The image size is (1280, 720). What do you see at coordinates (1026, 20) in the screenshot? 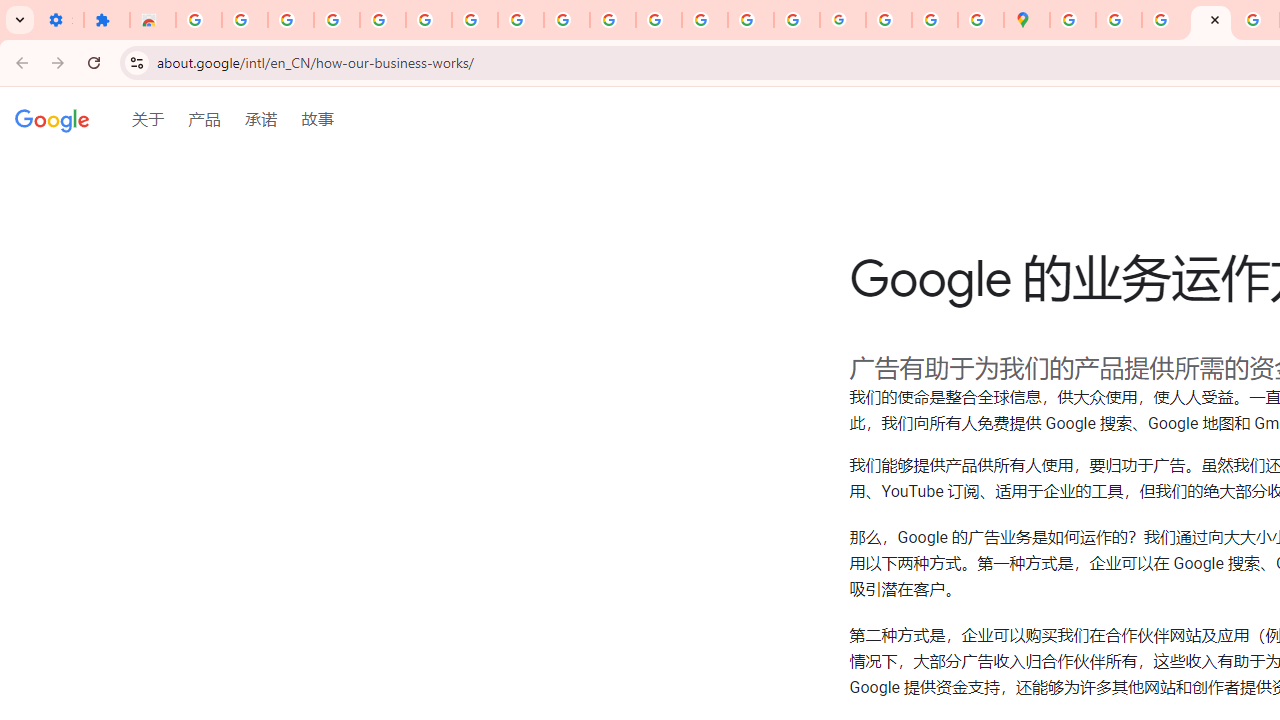
I see `'Google Maps'` at bounding box center [1026, 20].